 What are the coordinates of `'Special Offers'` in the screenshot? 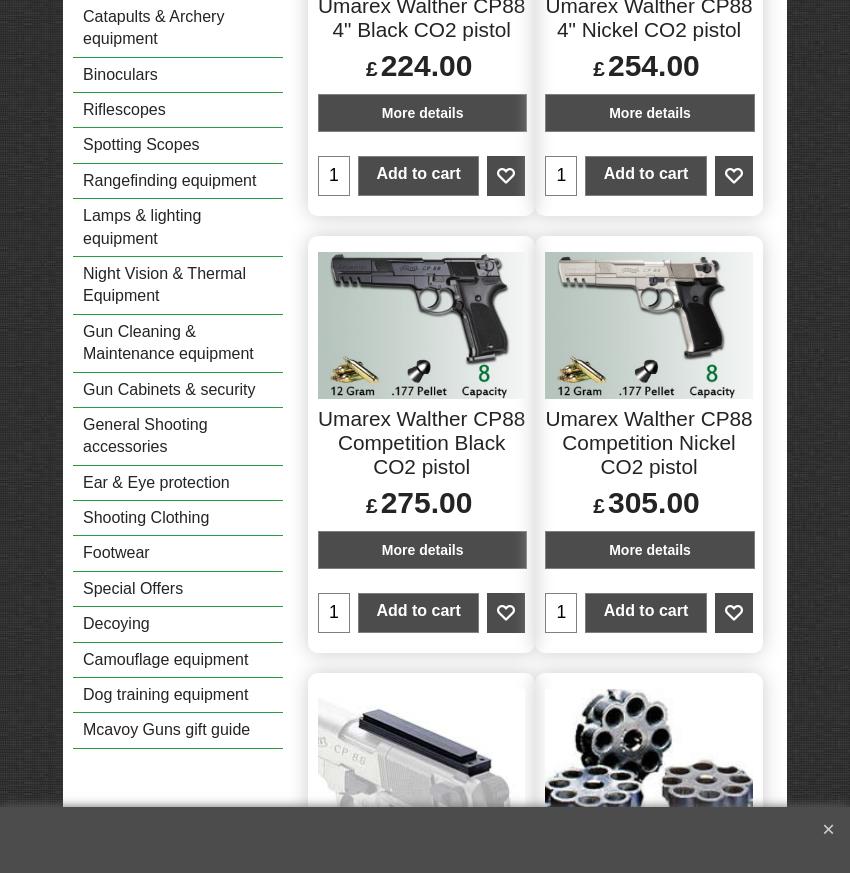 It's located at (133, 586).